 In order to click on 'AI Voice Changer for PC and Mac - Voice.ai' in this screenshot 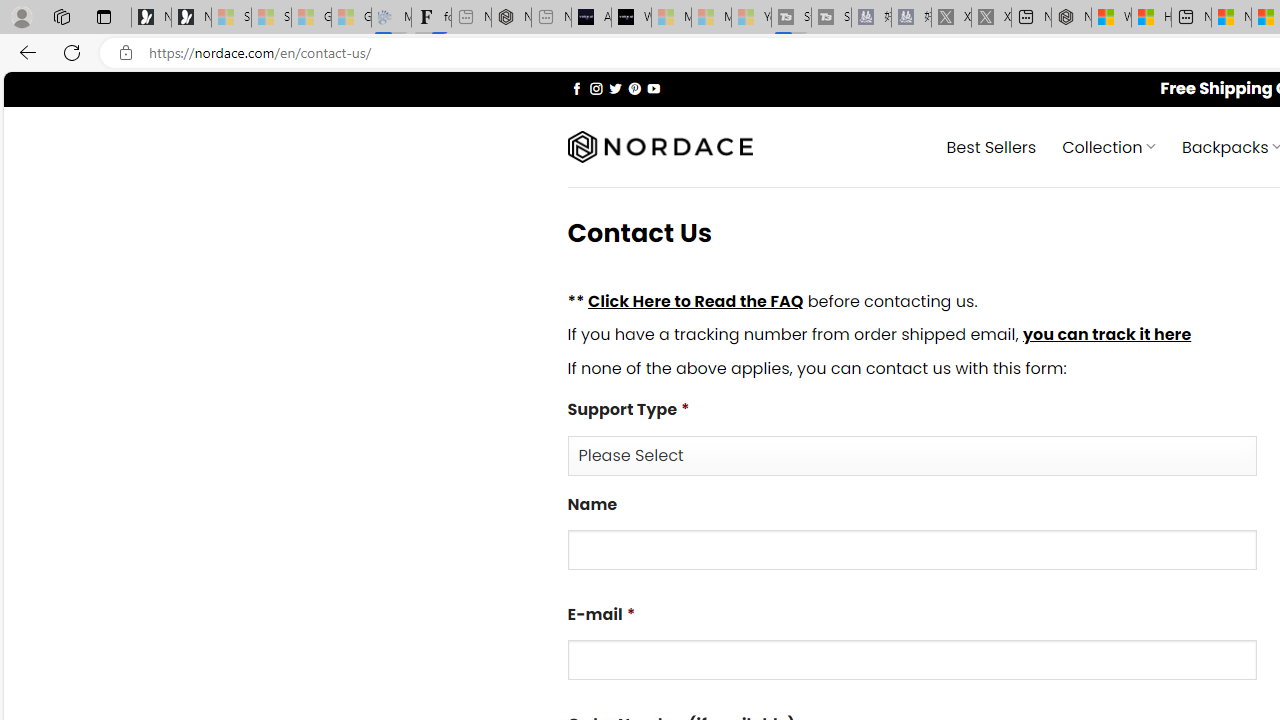, I will do `click(590, 17)`.